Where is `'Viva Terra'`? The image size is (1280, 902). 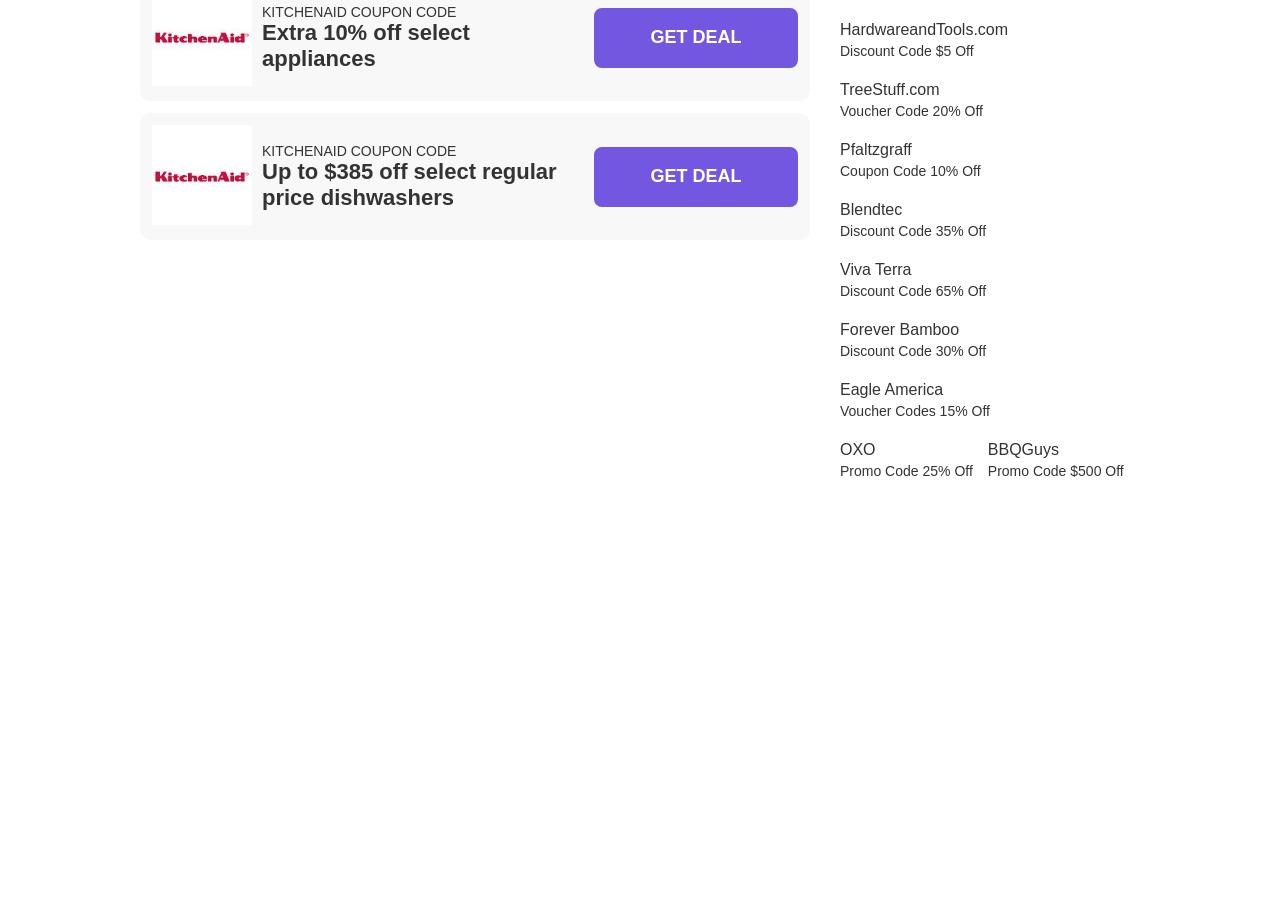 'Viva Terra' is located at coordinates (875, 268).